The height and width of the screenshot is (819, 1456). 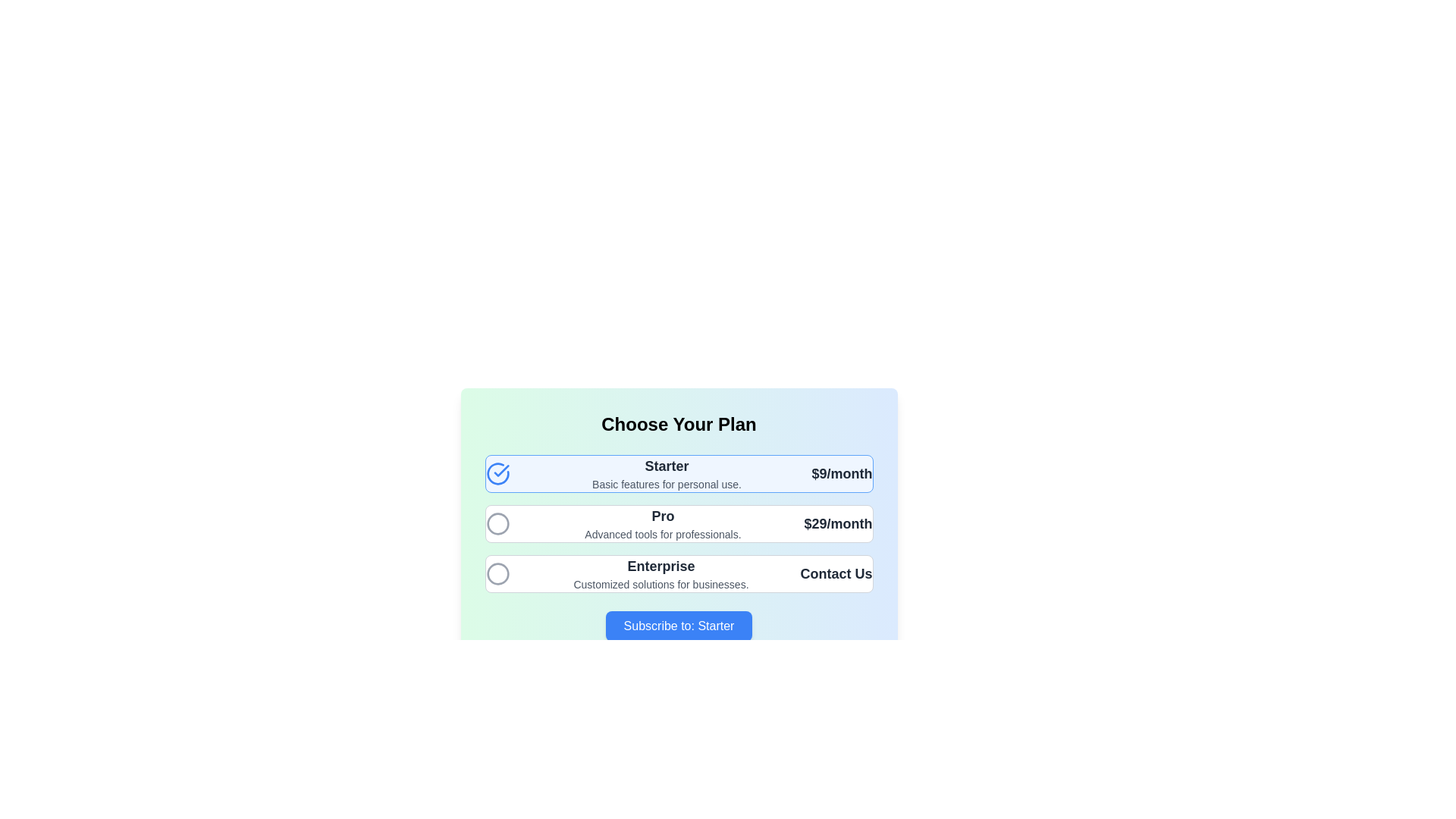 What do you see at coordinates (678, 472) in the screenshot?
I see `the 'Starter' subscription plan option` at bounding box center [678, 472].